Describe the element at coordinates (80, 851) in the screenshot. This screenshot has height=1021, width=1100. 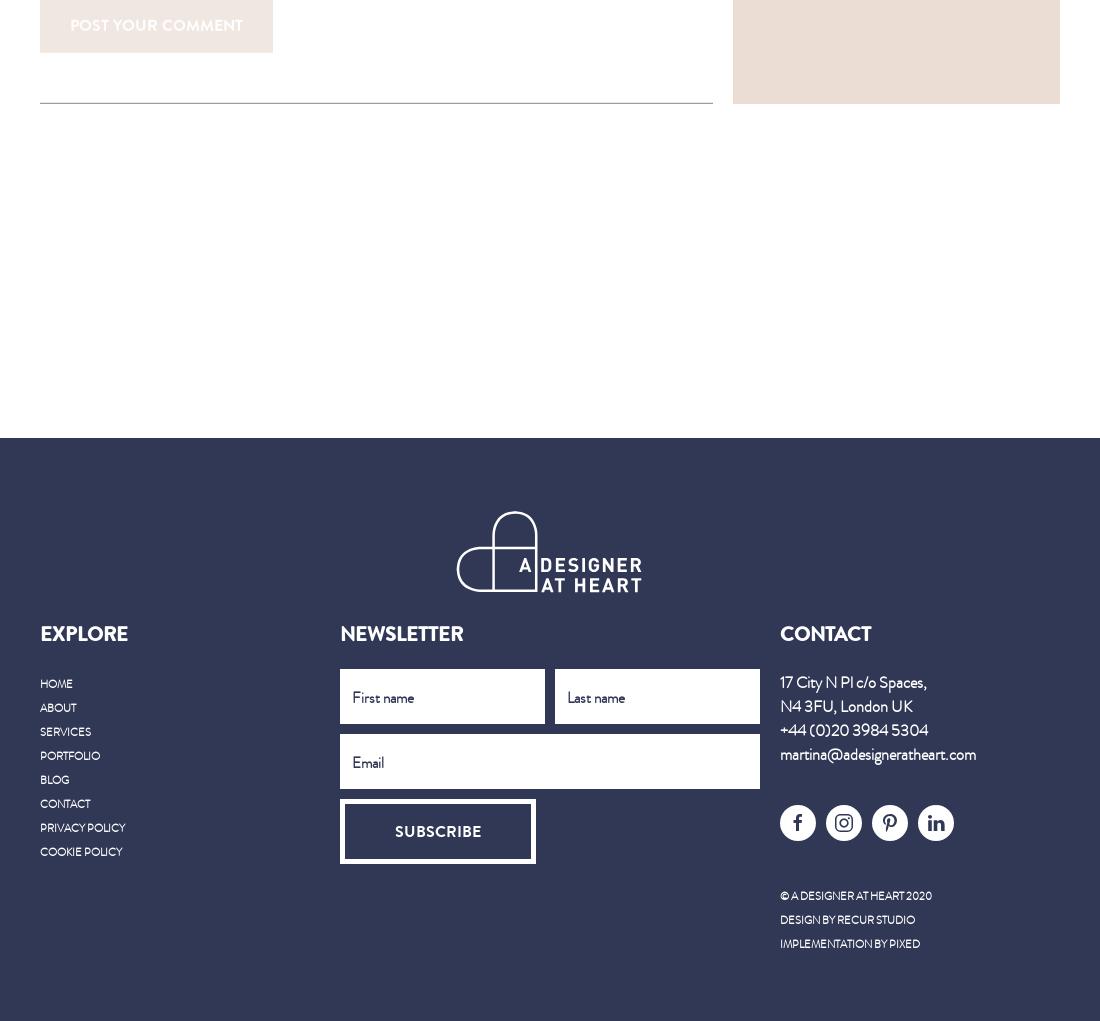
I see `'Cookie Policy'` at that location.